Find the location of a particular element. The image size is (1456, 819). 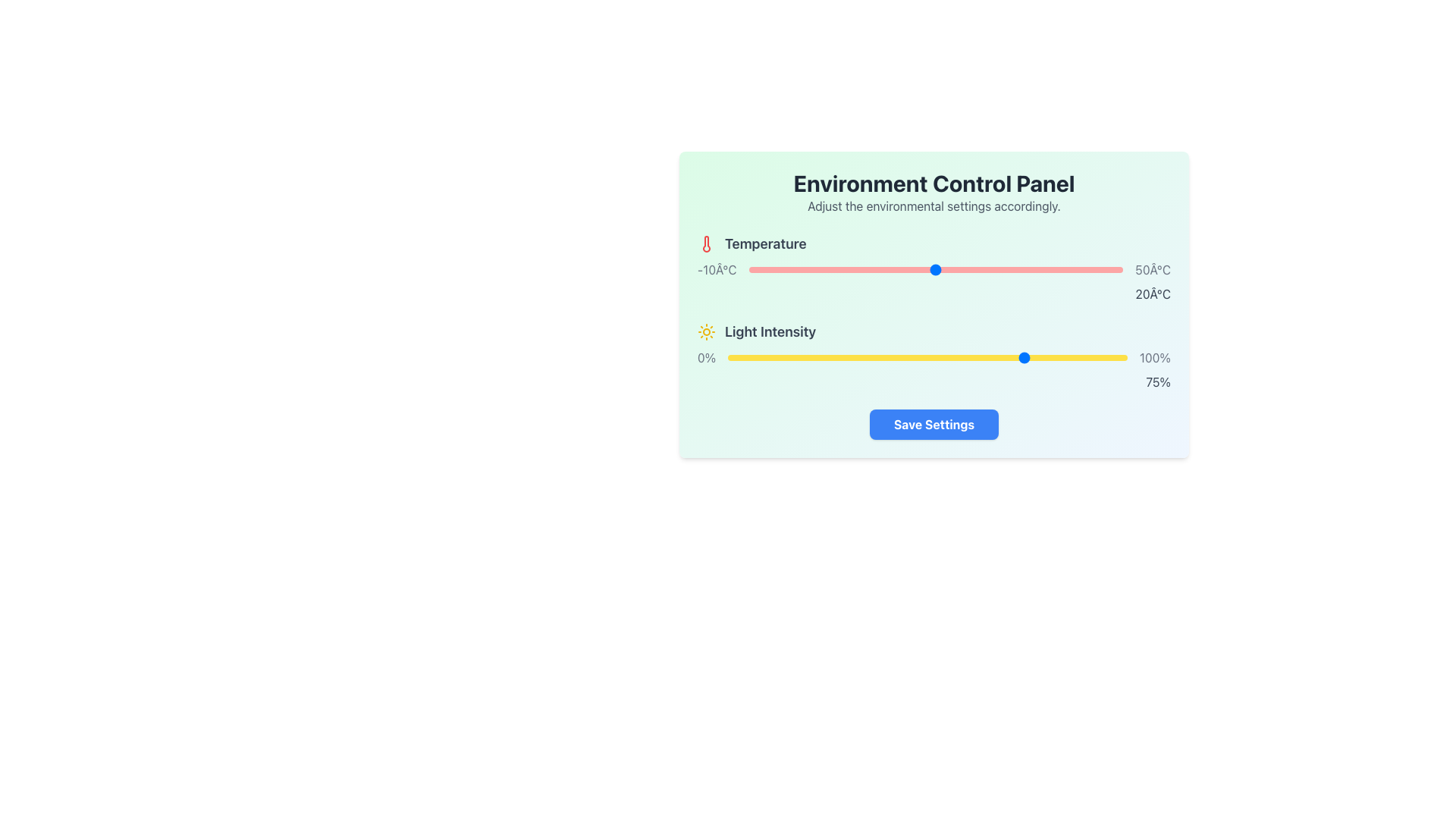

the static text label displaying '50Â°C', which is styled in gray and positioned near the upper-right corner of the grouped components, adjacent to a slider control is located at coordinates (1153, 268).